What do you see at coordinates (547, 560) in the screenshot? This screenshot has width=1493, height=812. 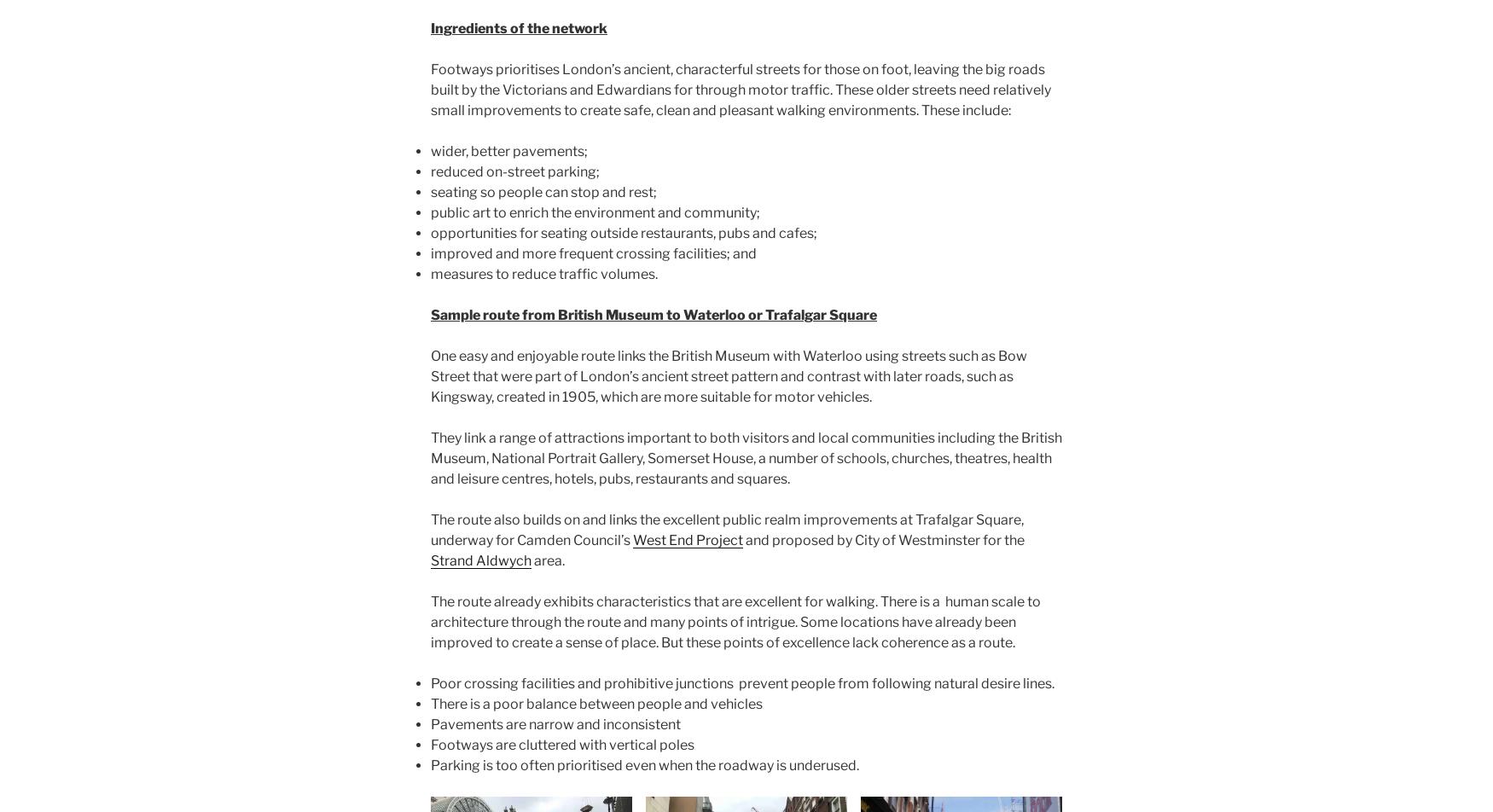 I see `'area.'` at bounding box center [547, 560].